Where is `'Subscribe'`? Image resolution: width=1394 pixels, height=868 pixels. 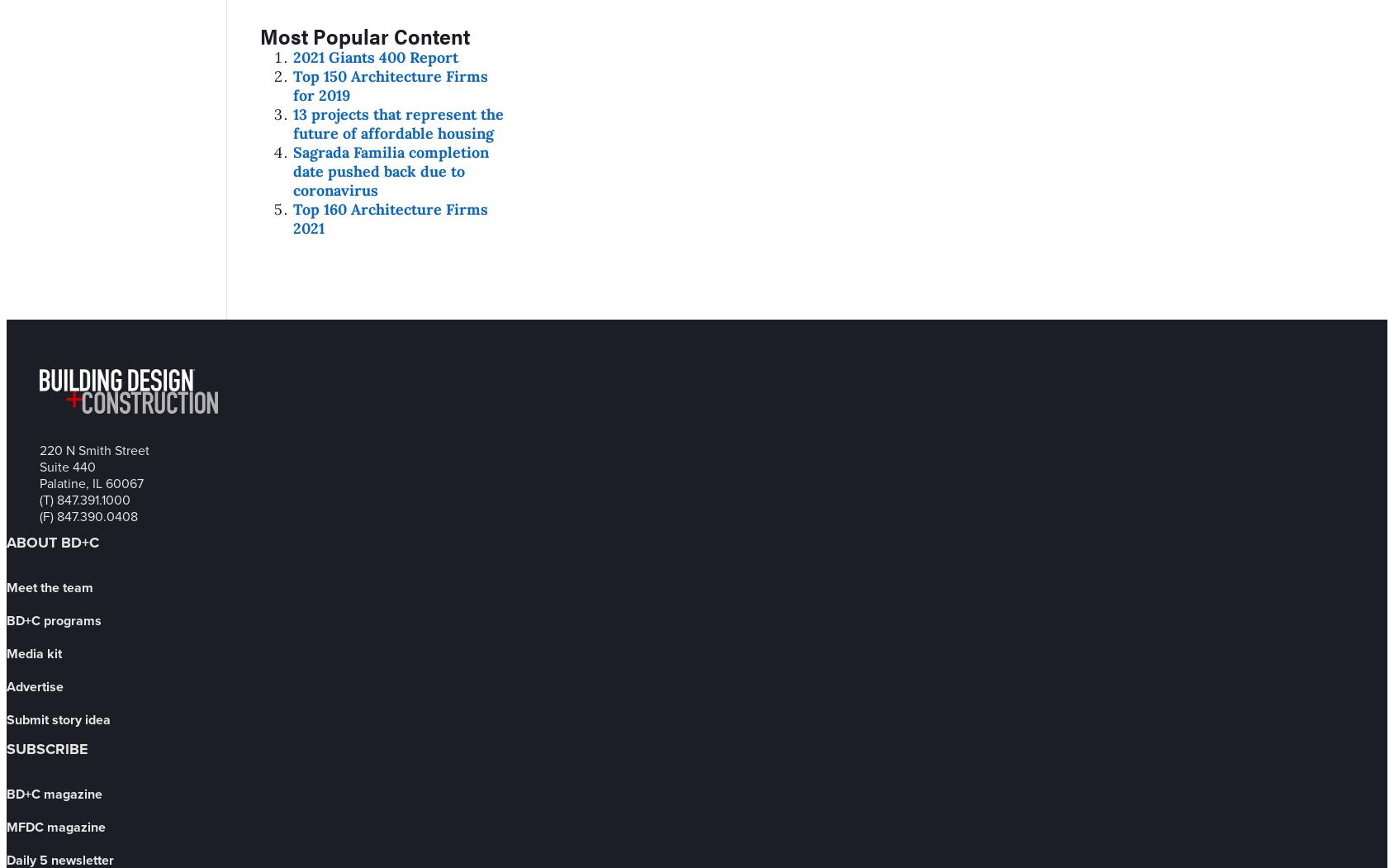 'Subscribe' is located at coordinates (5, 747).